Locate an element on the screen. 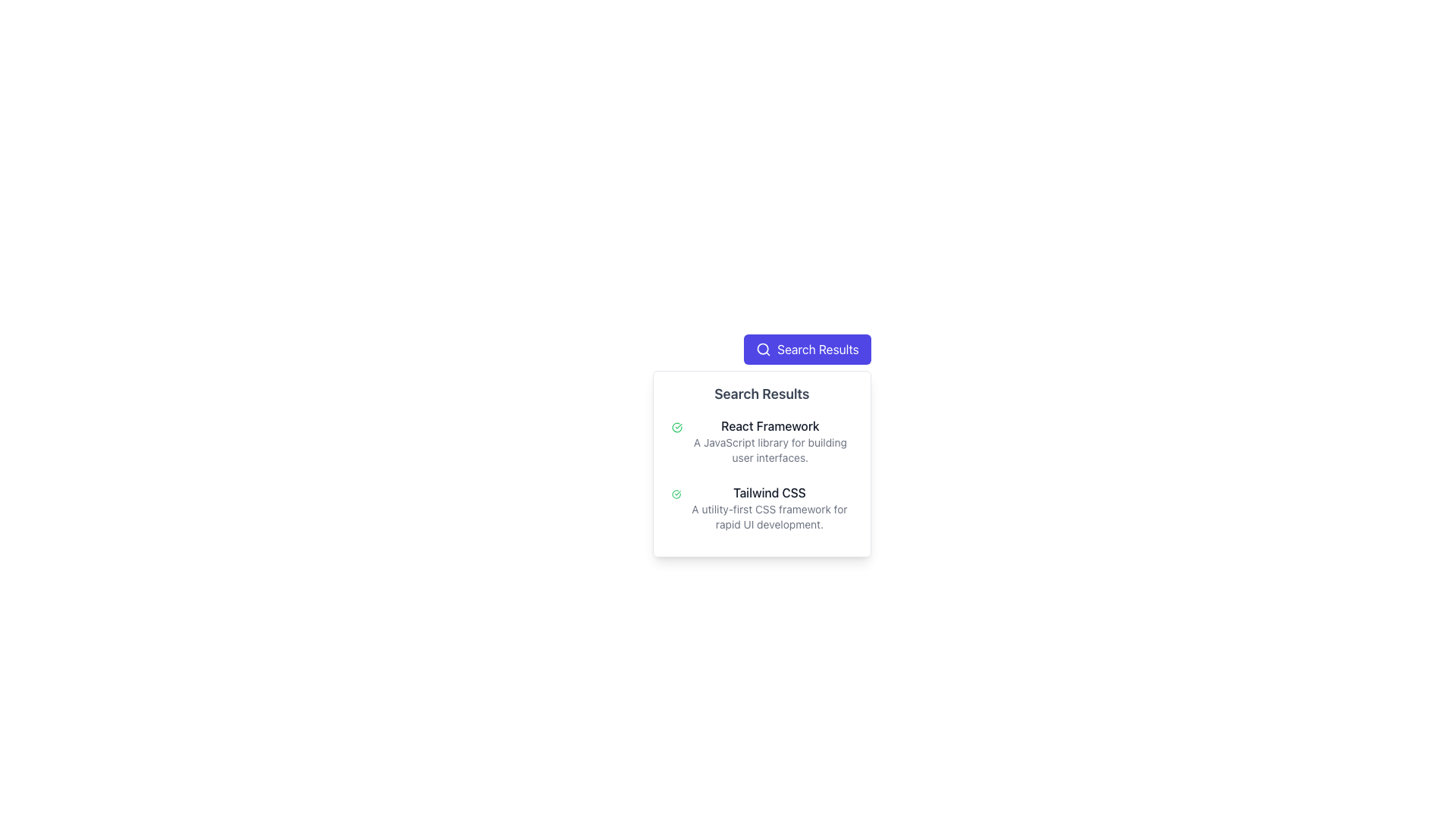  text block titled 'React Framework' which contains a bold title and a description in smaller gray font, located at the first position in a vertically stacked list of components is located at coordinates (770, 441).